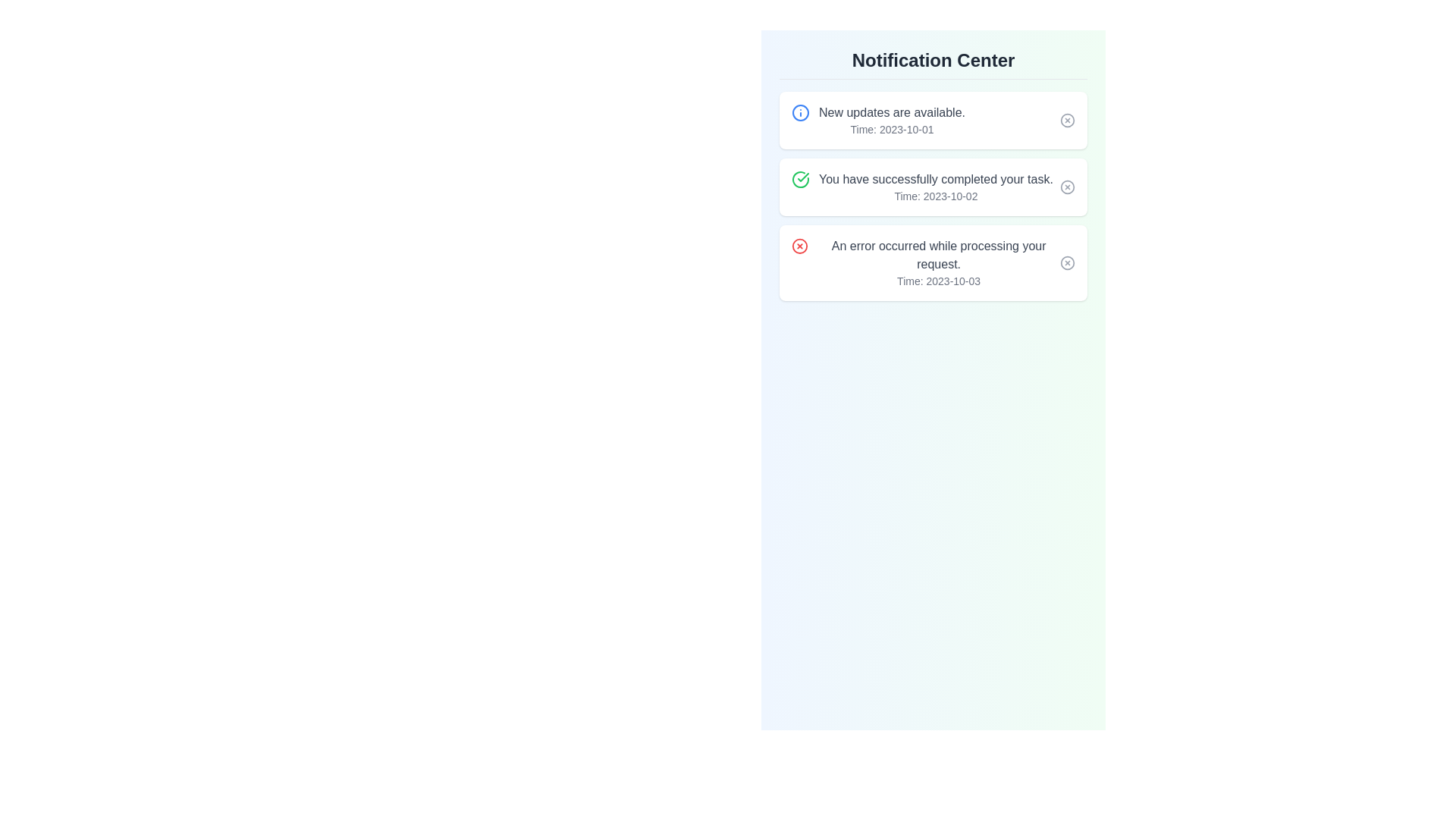 The width and height of the screenshot is (1456, 819). Describe the element at coordinates (800, 178) in the screenshot. I see `the visual confirmation icon located in the notification list, positioned to the left of the text 'You have successfully completed your task.'` at that location.